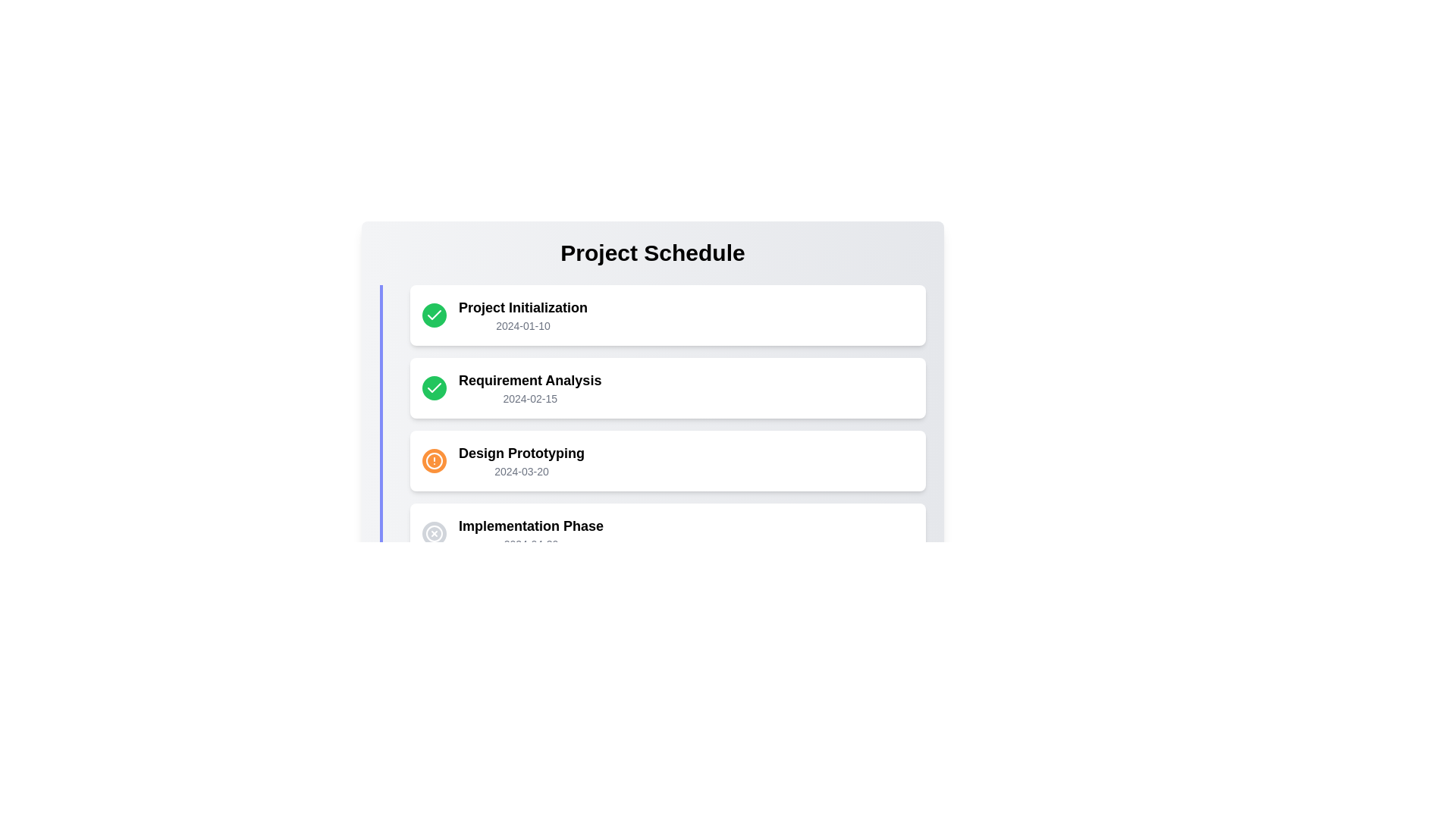  Describe the element at coordinates (433, 460) in the screenshot. I see `the SVG Circle that indicates a status or type of alert within the 'Design Prototyping' task icon in the third row of the task list` at that location.